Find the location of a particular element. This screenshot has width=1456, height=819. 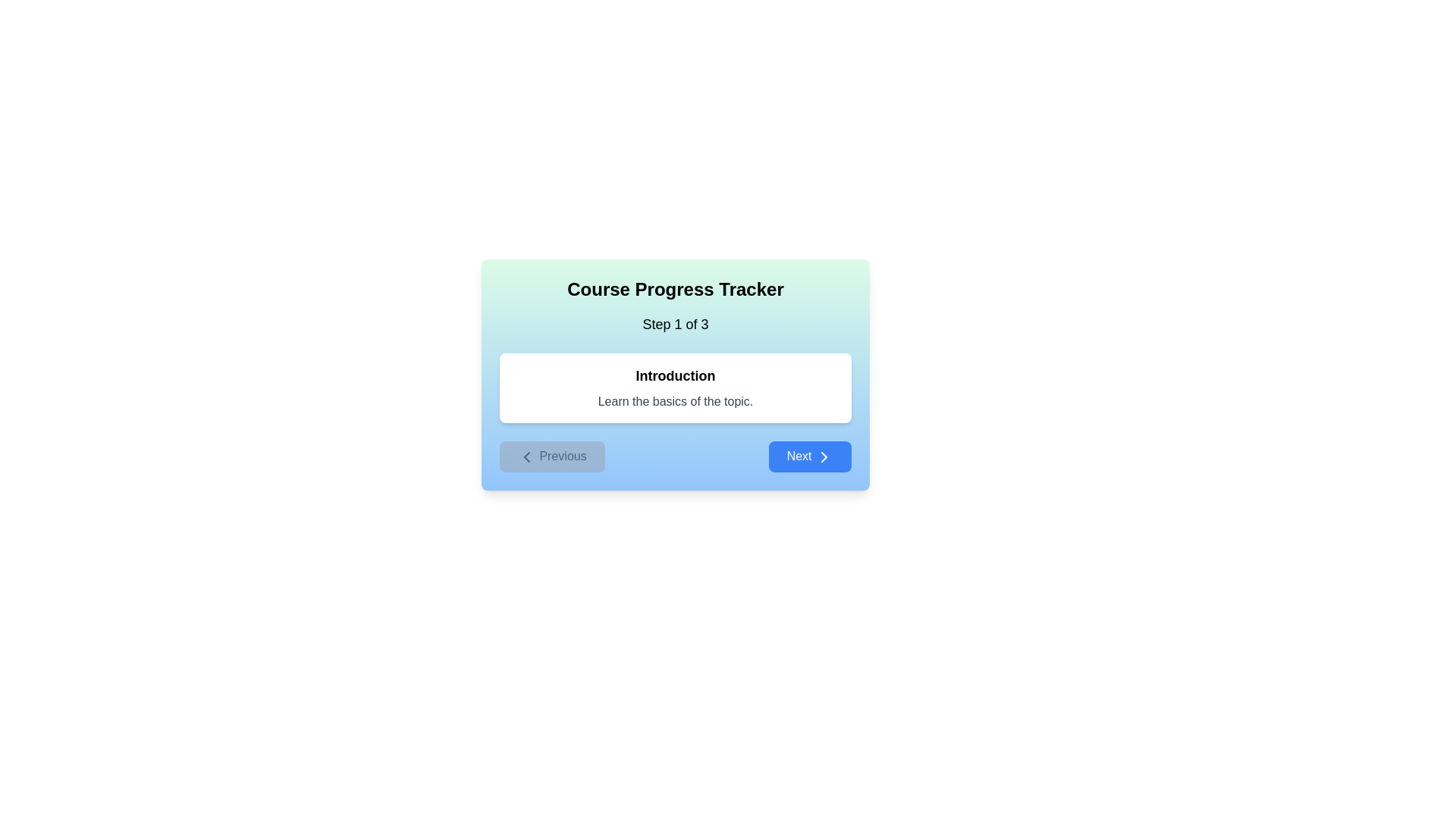

the 'Next' button to navigate to the next step is located at coordinates (809, 455).